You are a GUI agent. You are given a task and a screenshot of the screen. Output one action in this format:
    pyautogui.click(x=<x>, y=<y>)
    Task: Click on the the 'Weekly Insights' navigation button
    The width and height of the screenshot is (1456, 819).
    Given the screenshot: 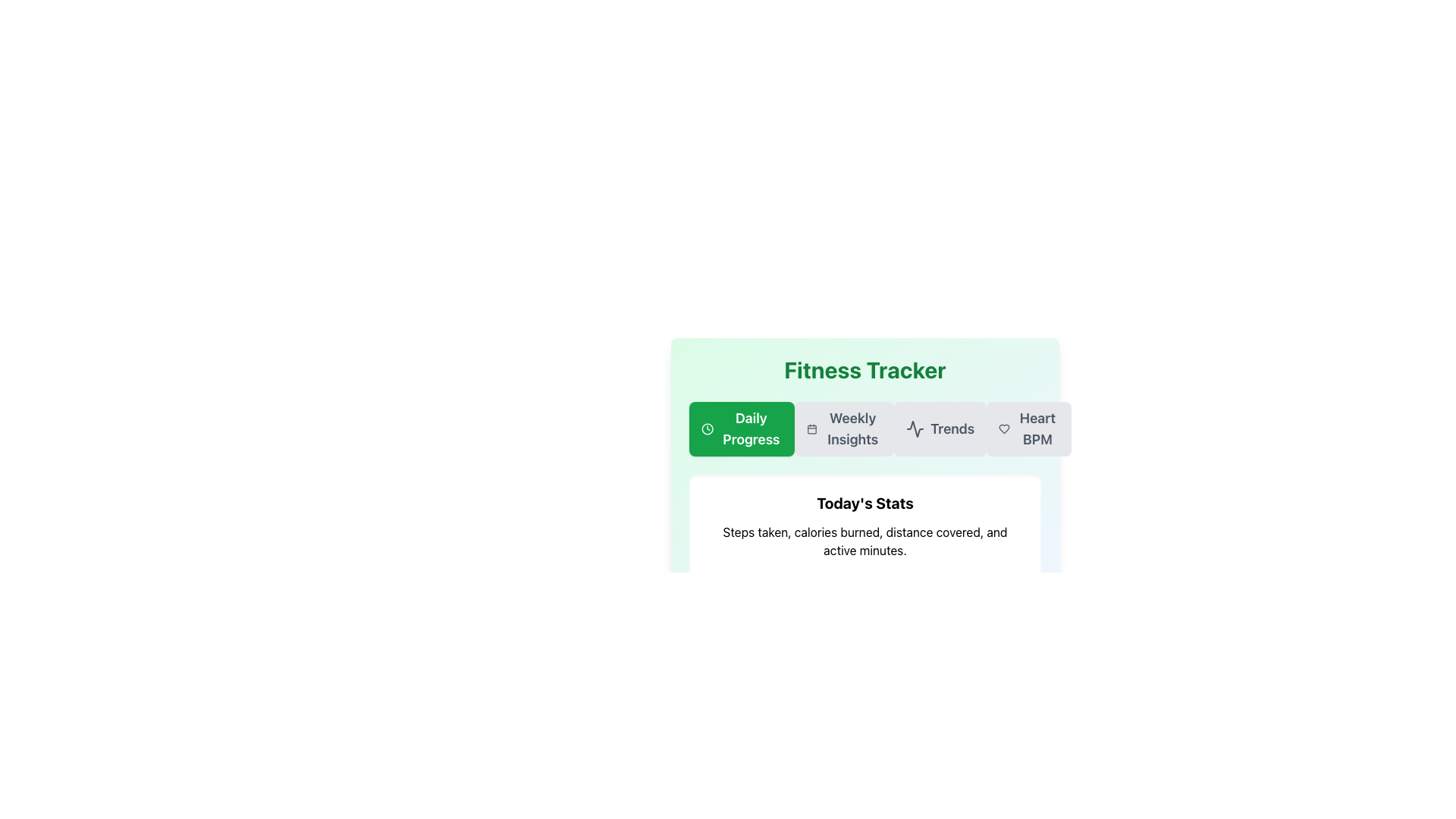 What is the action you would take?
    pyautogui.click(x=843, y=429)
    